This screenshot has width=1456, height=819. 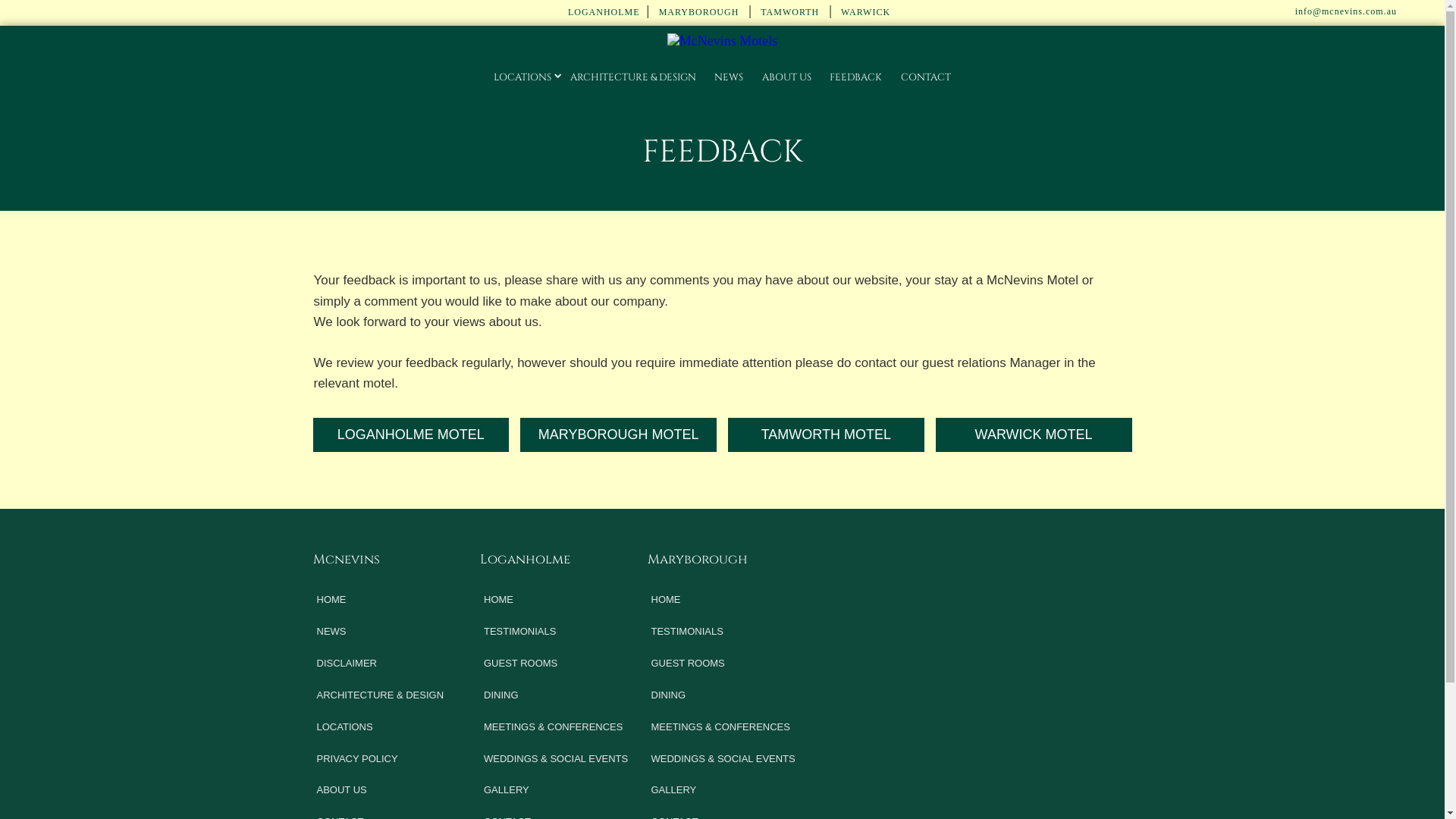 What do you see at coordinates (731, 695) in the screenshot?
I see `'DINING'` at bounding box center [731, 695].